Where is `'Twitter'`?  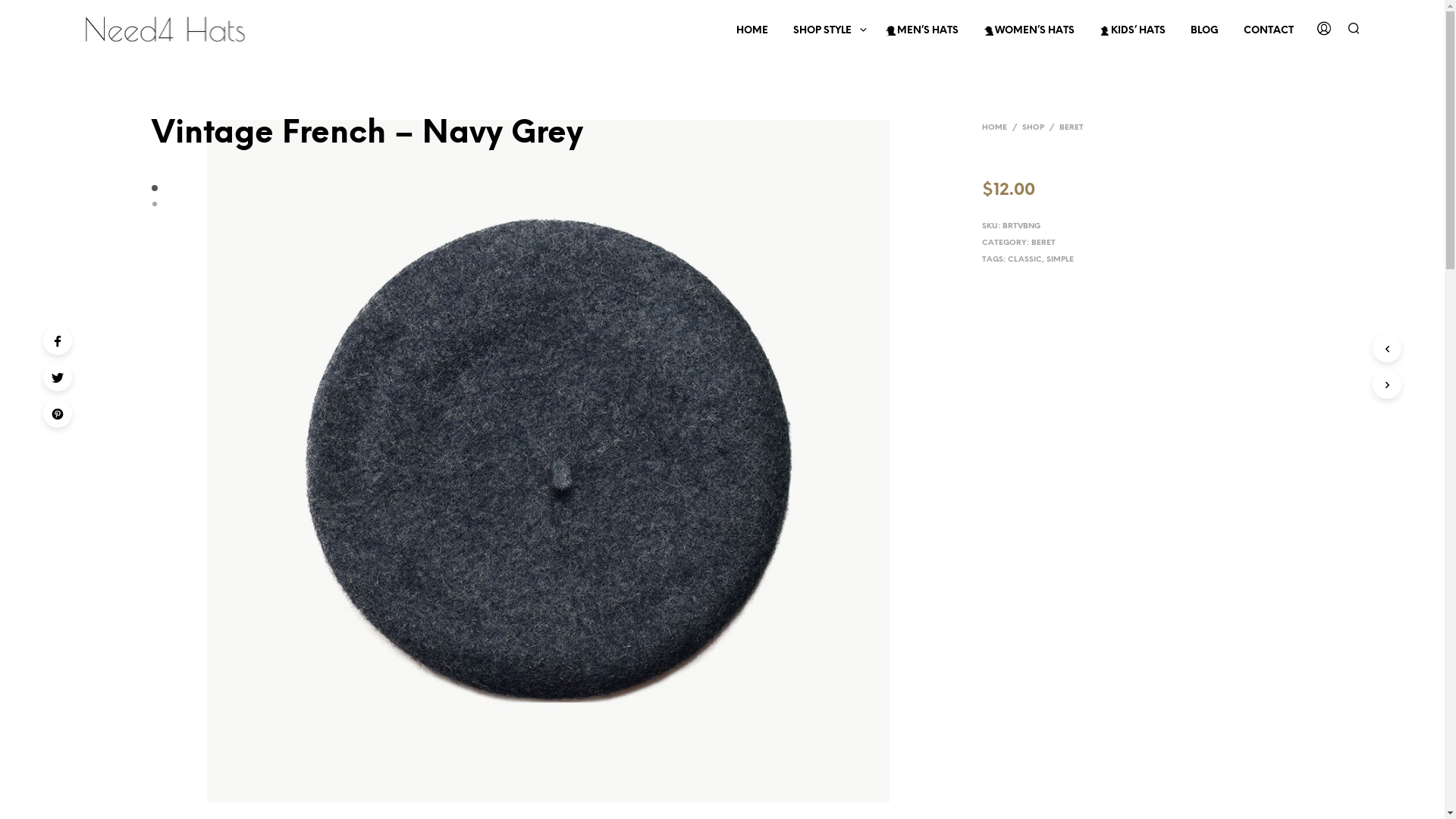 'Twitter' is located at coordinates (58, 376).